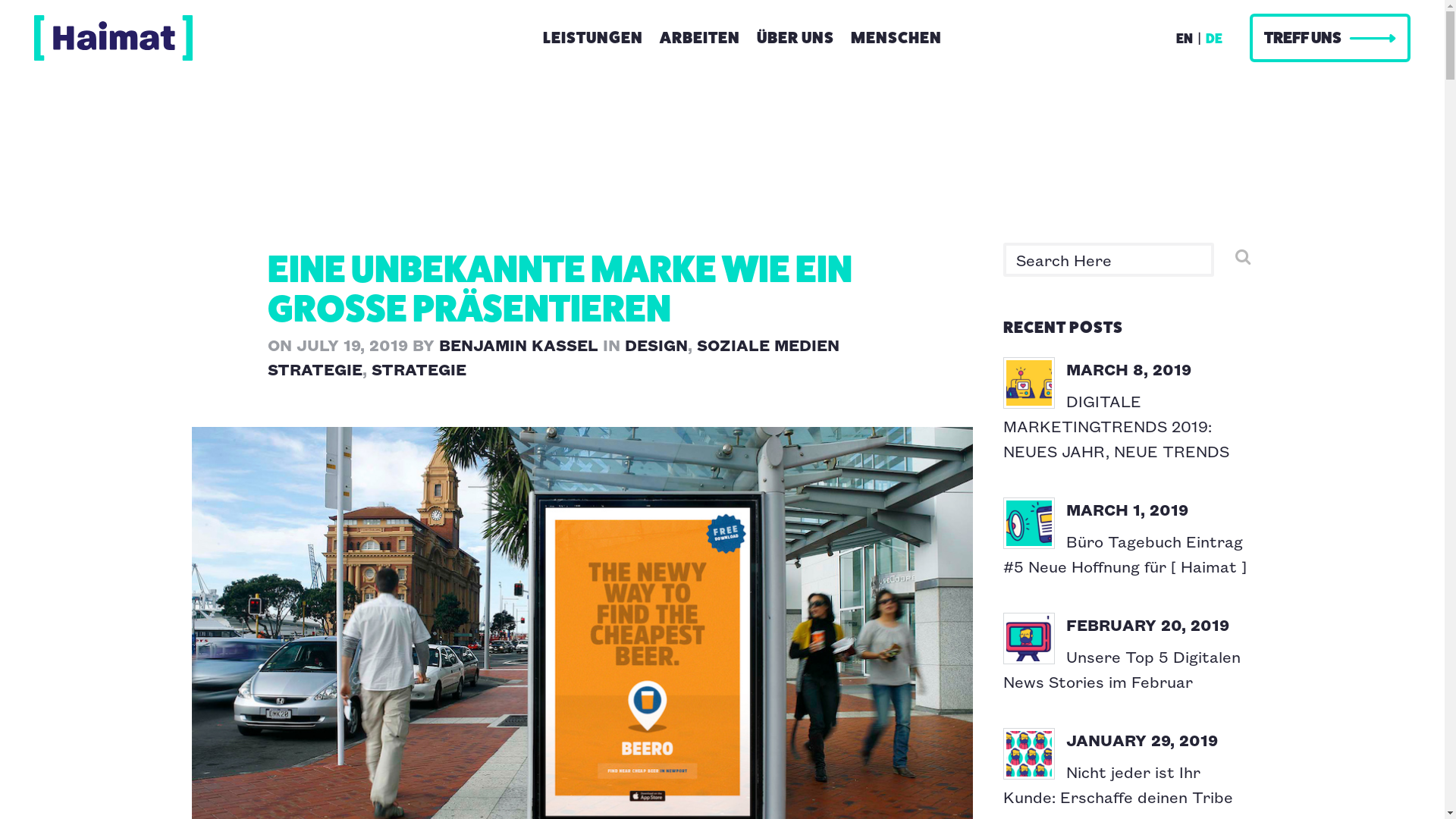 The width and height of the screenshot is (1456, 819). Describe the element at coordinates (656, 344) in the screenshot. I see `'DESIGN'` at that location.